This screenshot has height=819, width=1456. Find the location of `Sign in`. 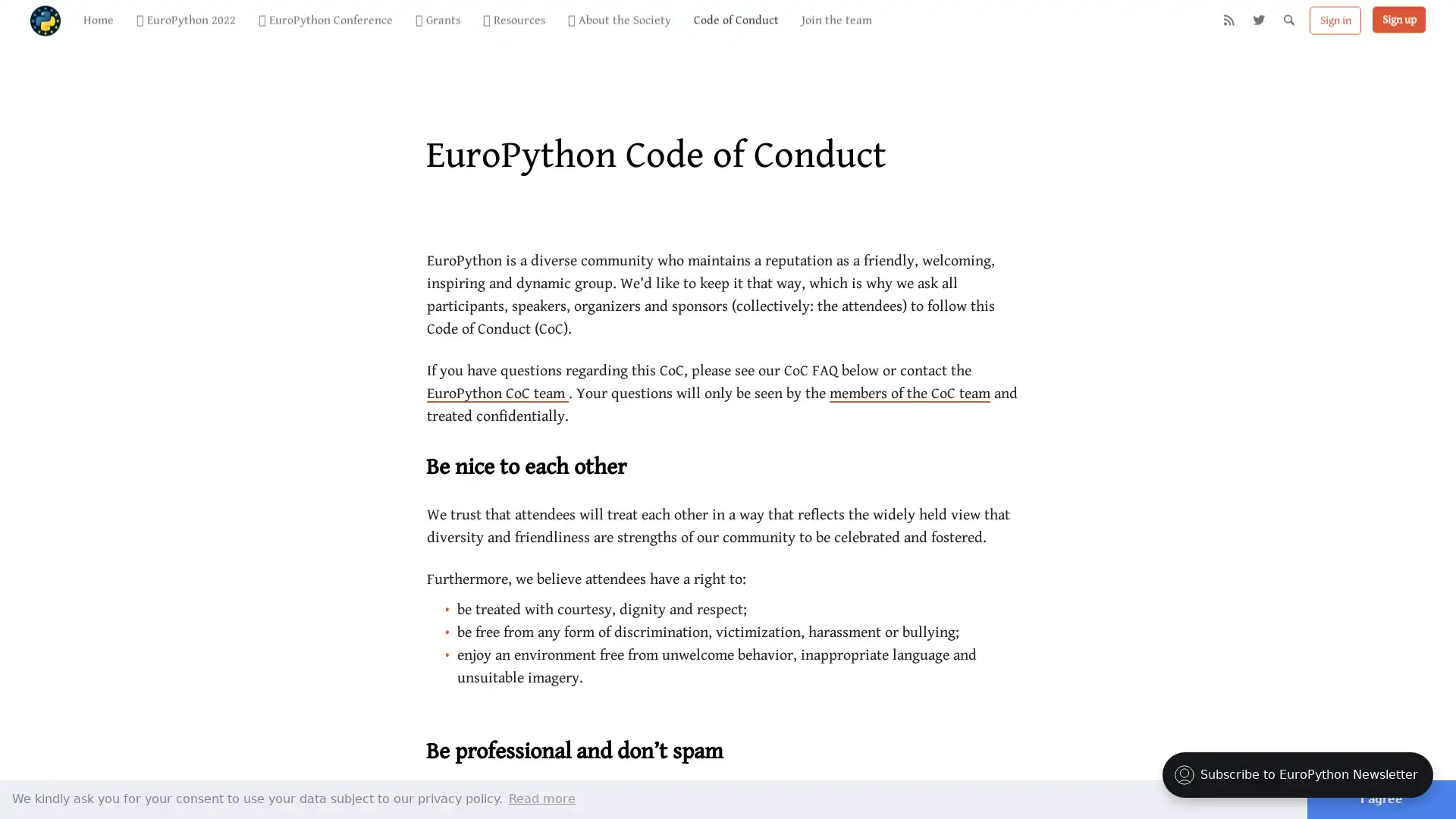

Sign in is located at coordinates (1335, 30).